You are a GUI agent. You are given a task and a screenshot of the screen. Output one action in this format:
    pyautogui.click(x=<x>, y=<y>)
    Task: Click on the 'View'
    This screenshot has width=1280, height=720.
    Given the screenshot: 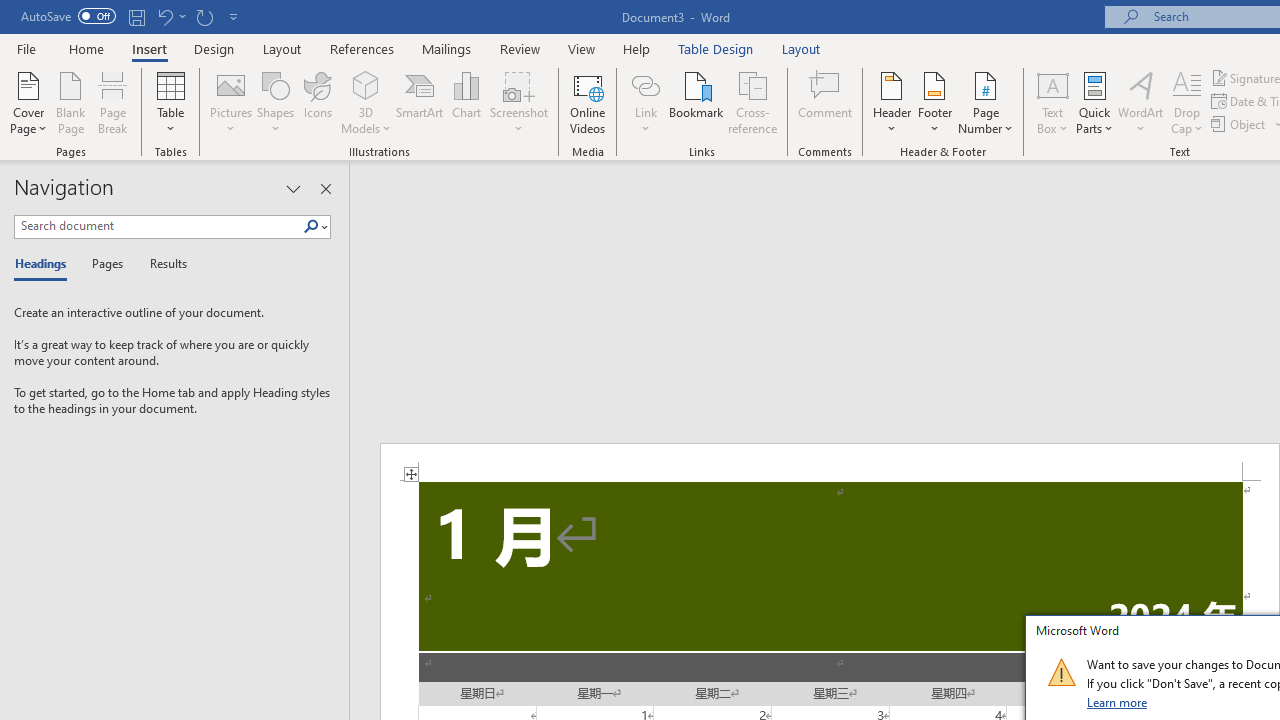 What is the action you would take?
    pyautogui.click(x=581, y=48)
    